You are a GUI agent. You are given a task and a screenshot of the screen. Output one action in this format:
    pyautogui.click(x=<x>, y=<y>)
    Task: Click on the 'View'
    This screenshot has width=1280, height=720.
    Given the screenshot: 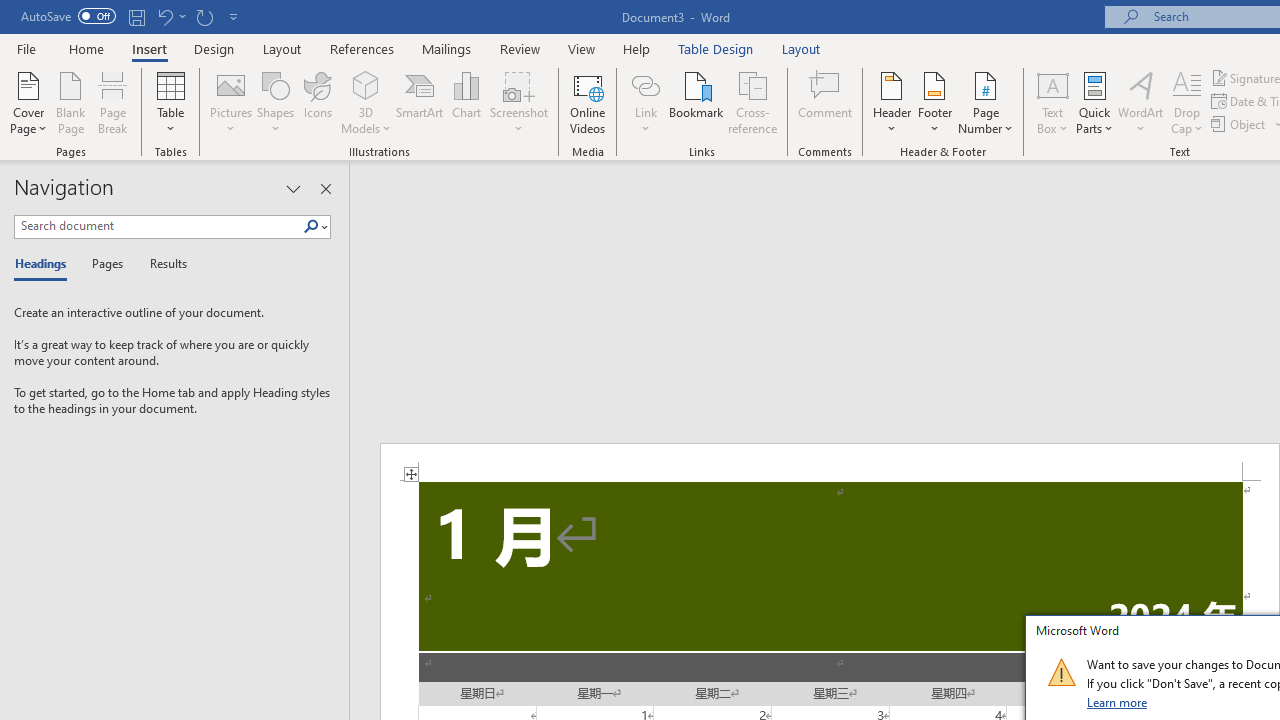 What is the action you would take?
    pyautogui.click(x=581, y=48)
    